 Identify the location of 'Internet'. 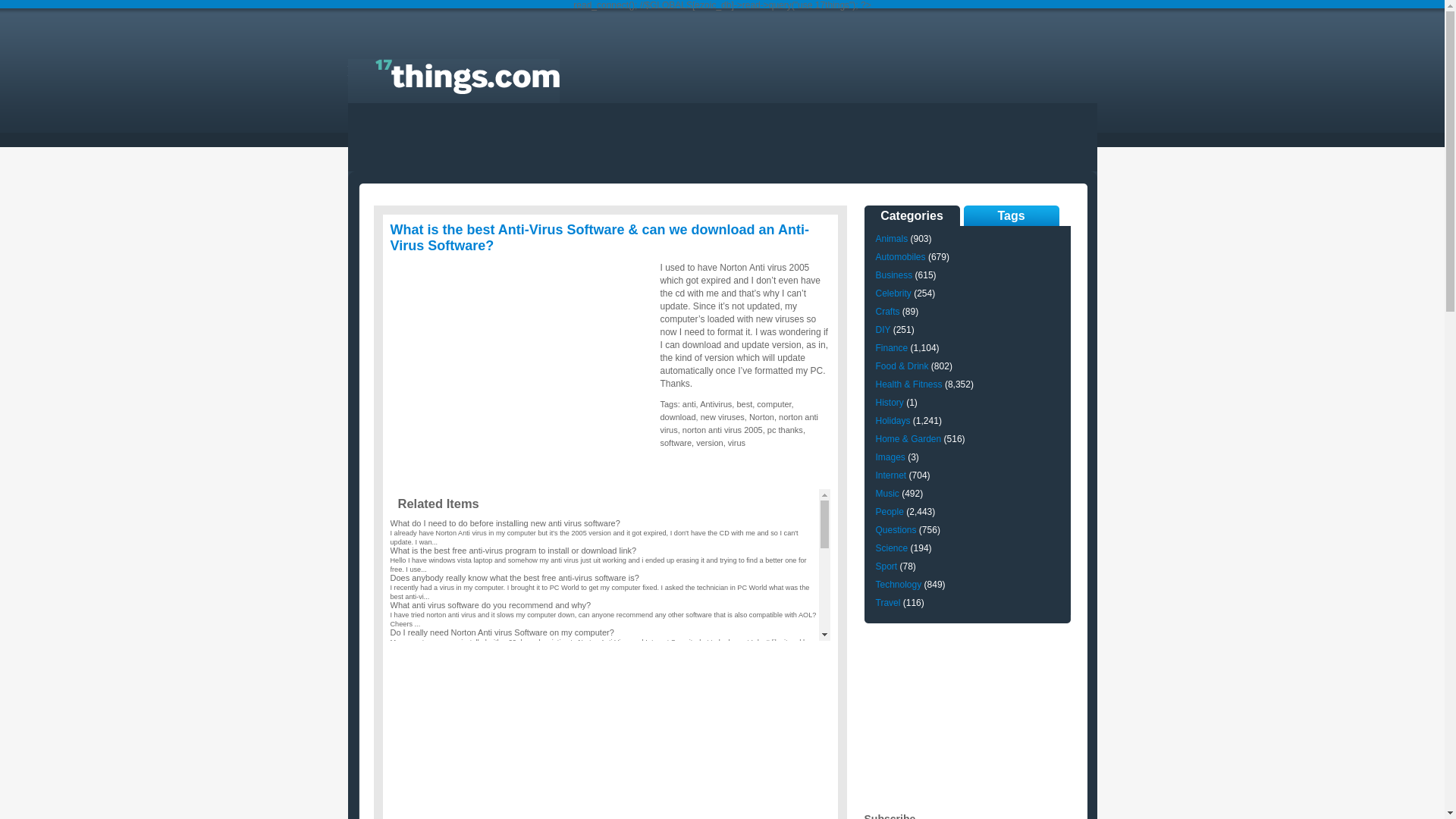
(890, 475).